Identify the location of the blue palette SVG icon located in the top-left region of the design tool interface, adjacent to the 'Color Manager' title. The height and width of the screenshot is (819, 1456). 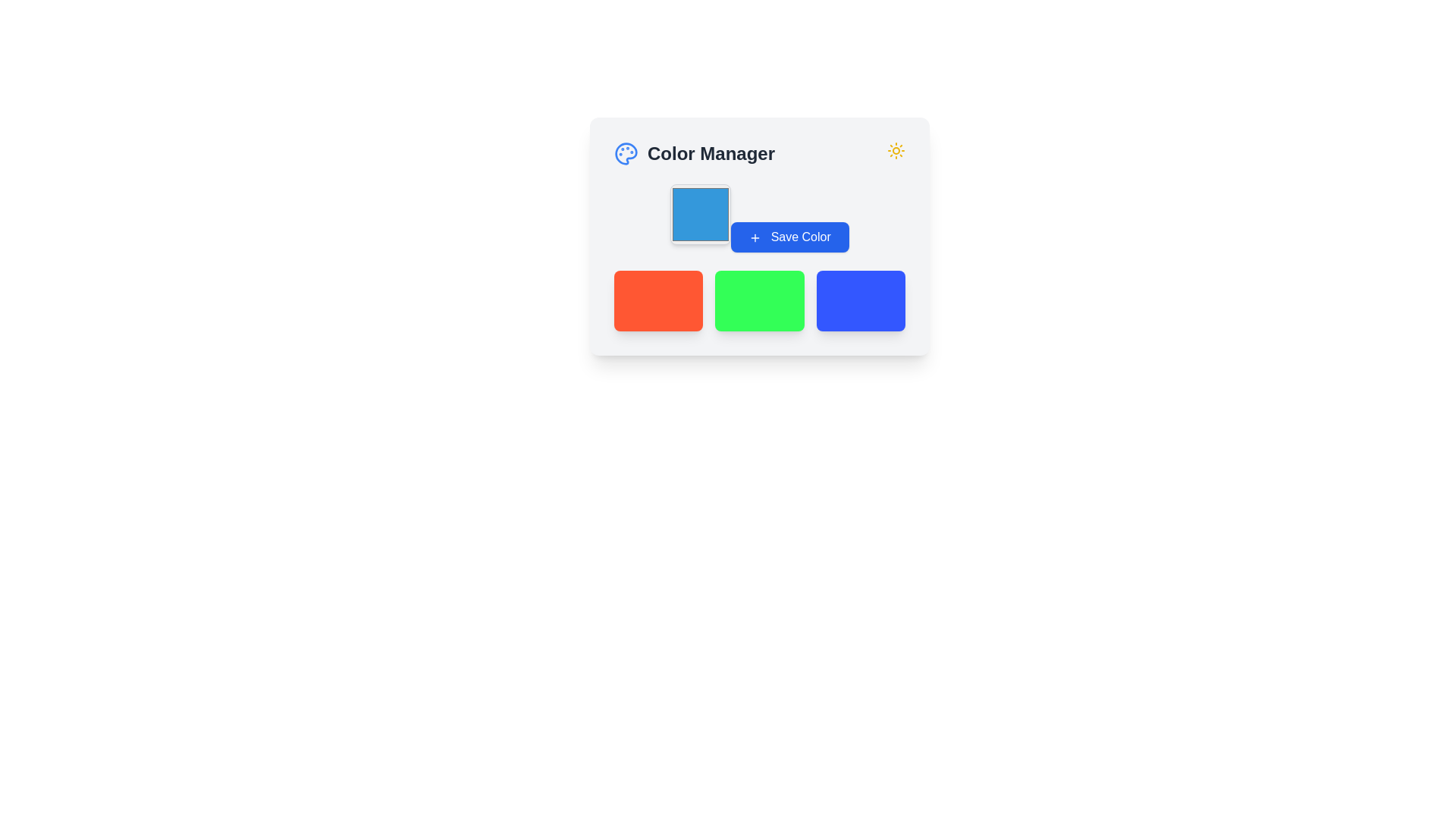
(626, 154).